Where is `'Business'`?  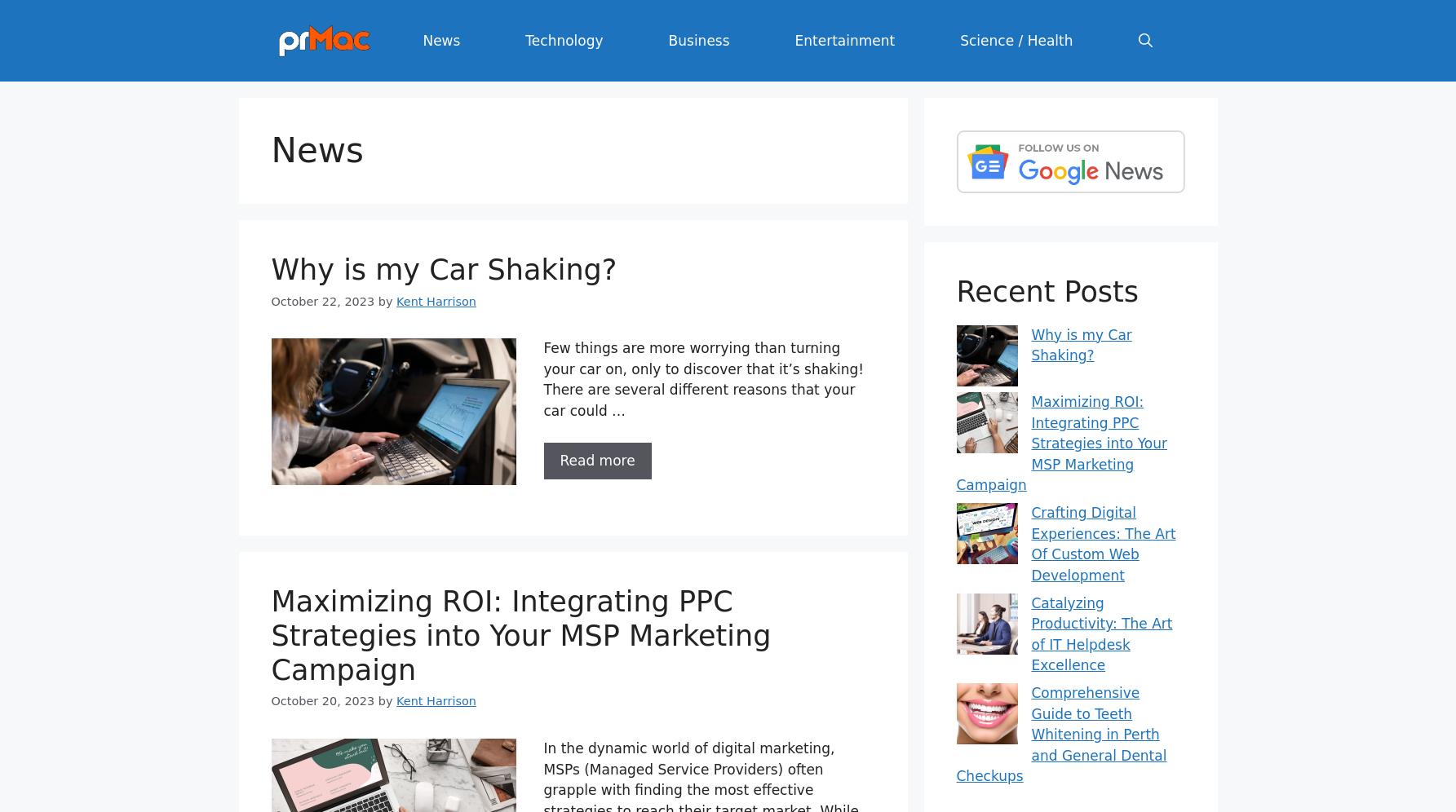
'Business' is located at coordinates (667, 39).